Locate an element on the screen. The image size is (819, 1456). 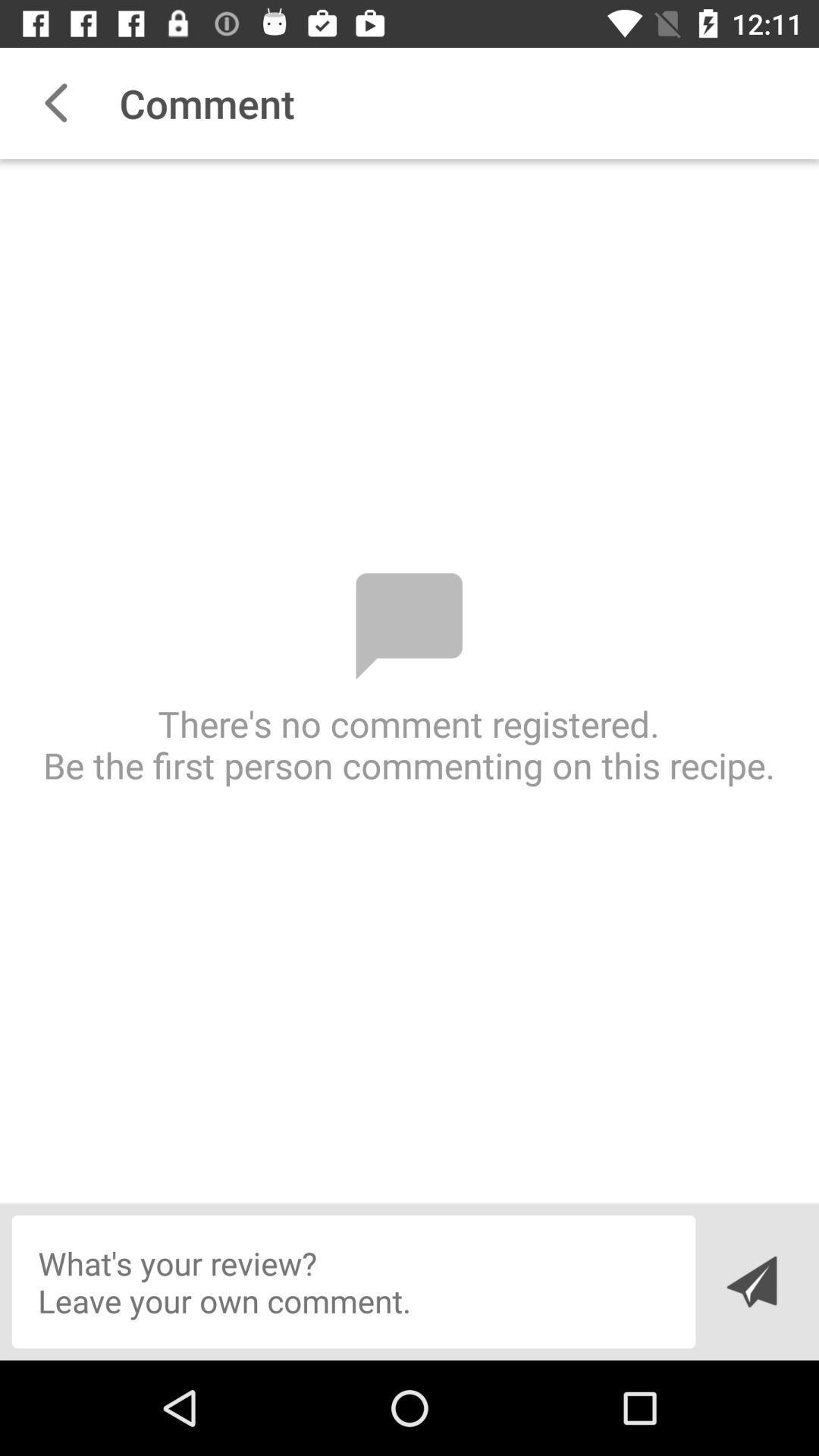
the icon to the left of the comment app is located at coordinates (55, 102).